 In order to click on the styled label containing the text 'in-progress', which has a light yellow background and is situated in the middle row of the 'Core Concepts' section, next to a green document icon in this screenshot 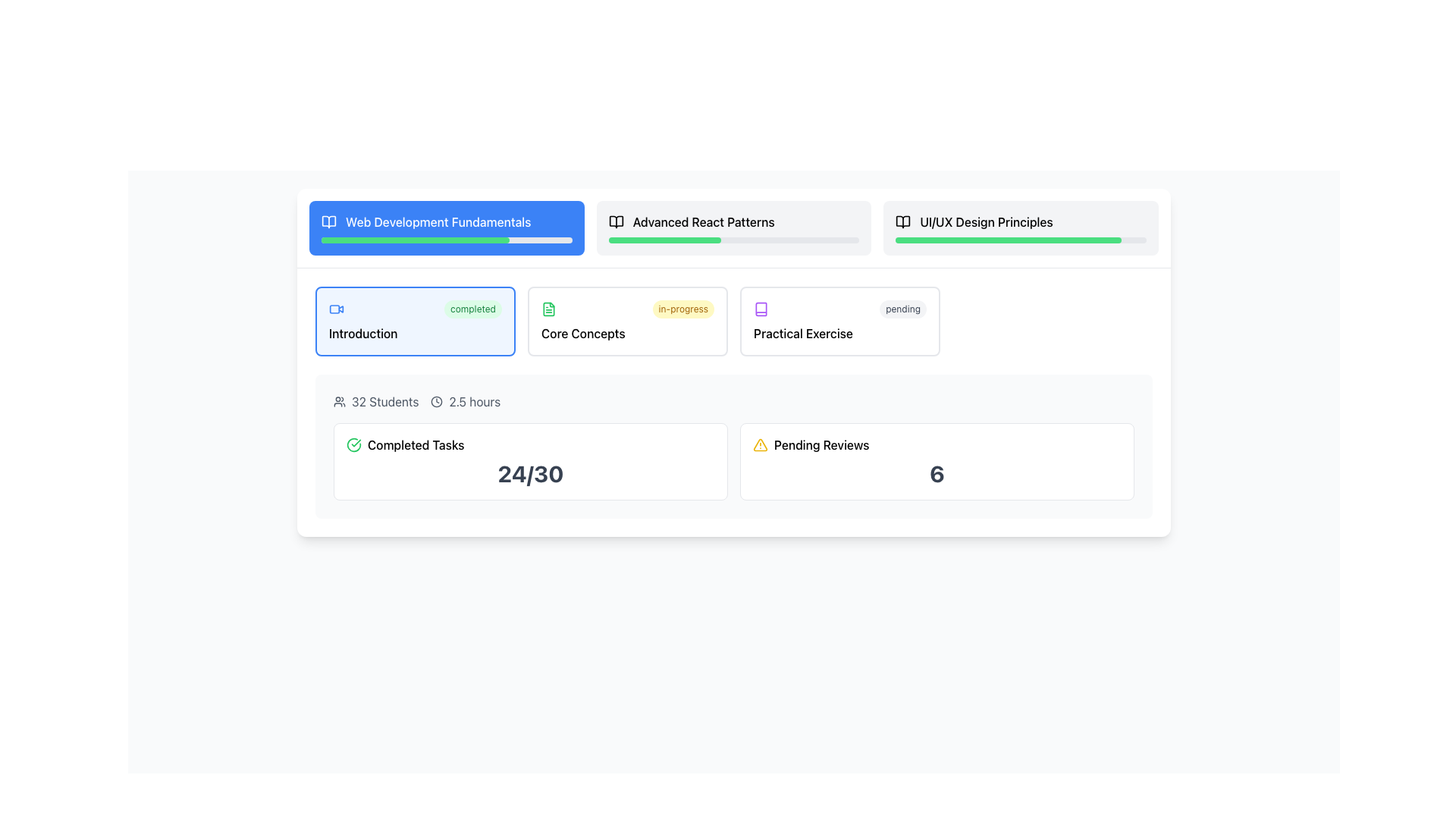, I will do `click(682, 309)`.